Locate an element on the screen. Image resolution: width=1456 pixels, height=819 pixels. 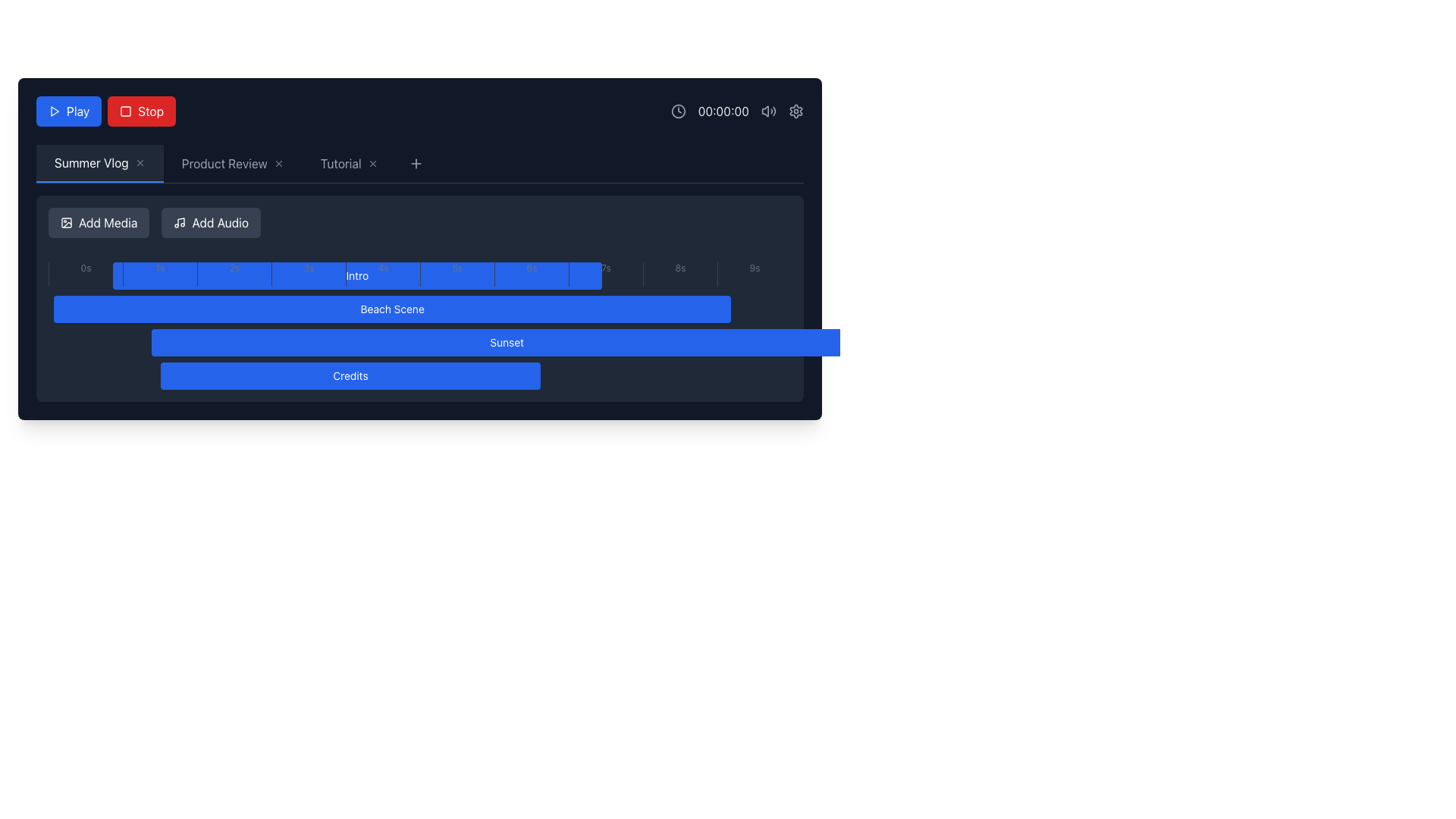
the 'Add Audio' button, which is a rectangular button with a dark gray background and white text, located to the right of the 'Add Media' button in the toolbar is located at coordinates (210, 222).